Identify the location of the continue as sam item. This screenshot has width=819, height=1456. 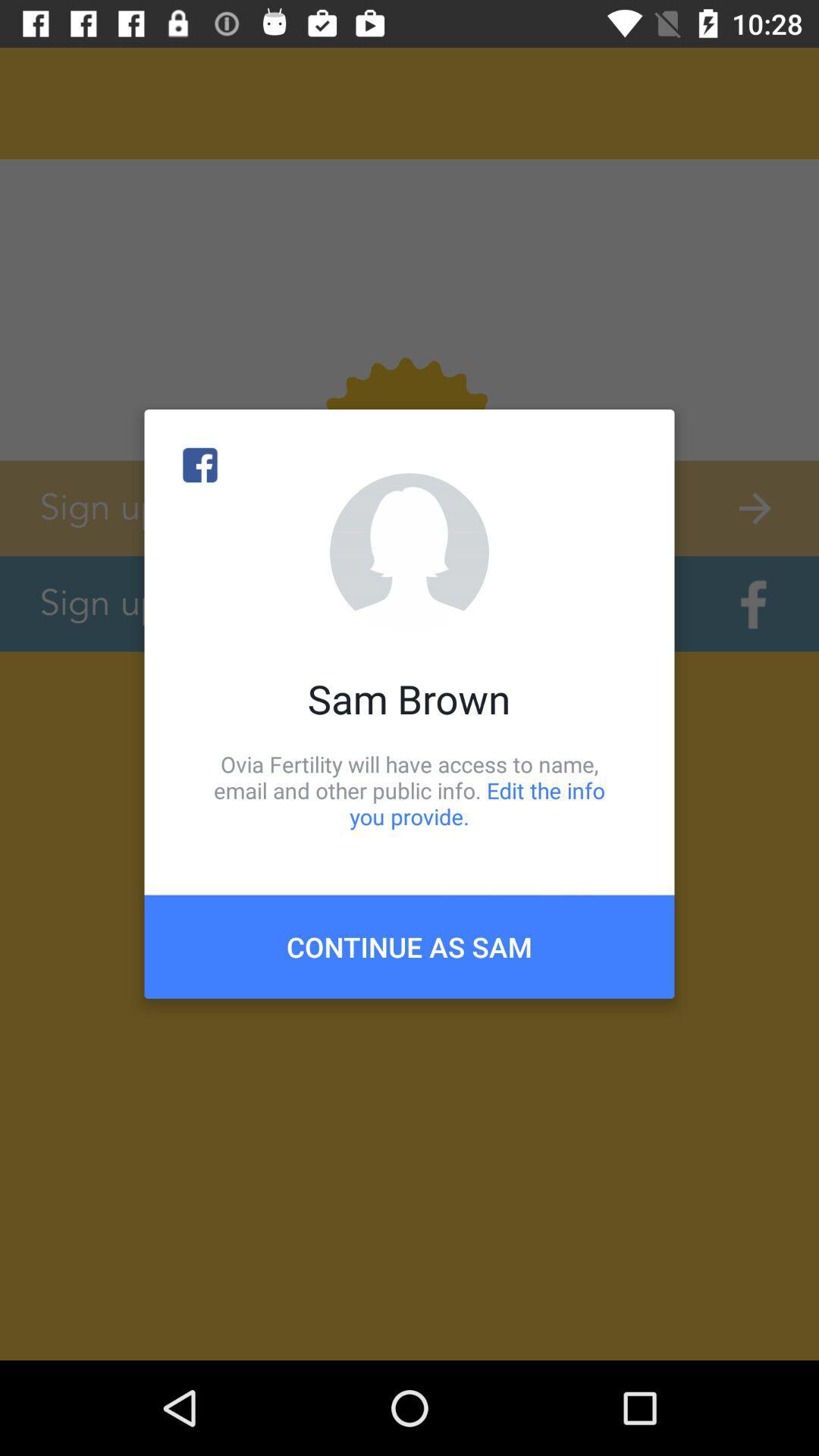
(409, 946).